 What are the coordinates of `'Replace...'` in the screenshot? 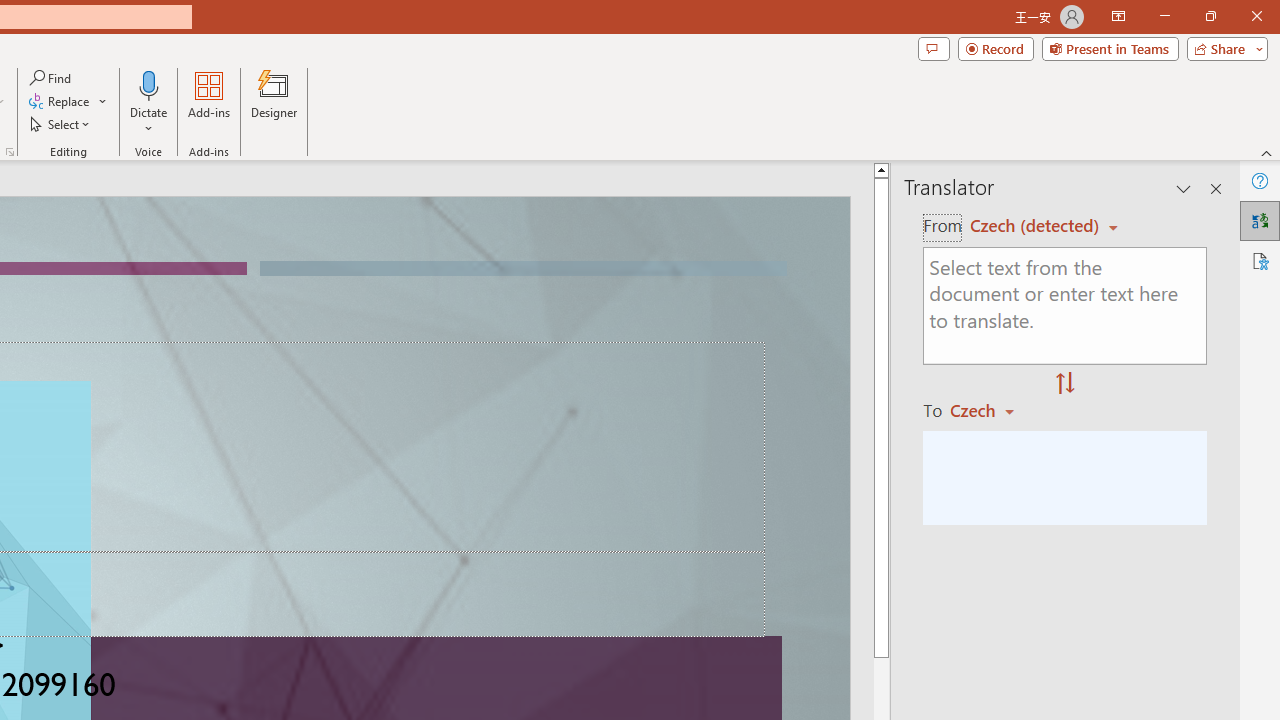 It's located at (60, 101).